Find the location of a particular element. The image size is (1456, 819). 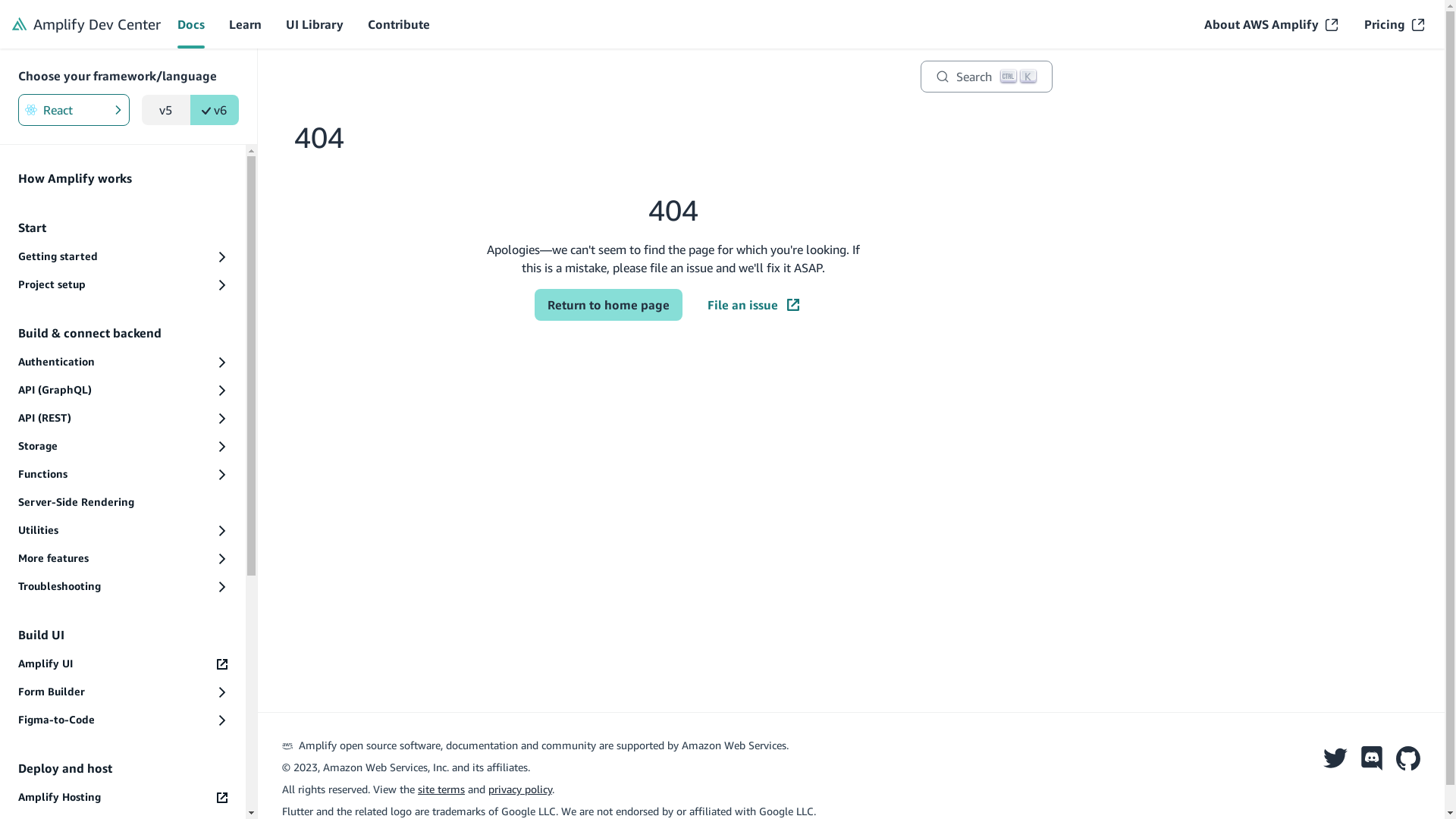

'Discord' is located at coordinates (1372, 755).